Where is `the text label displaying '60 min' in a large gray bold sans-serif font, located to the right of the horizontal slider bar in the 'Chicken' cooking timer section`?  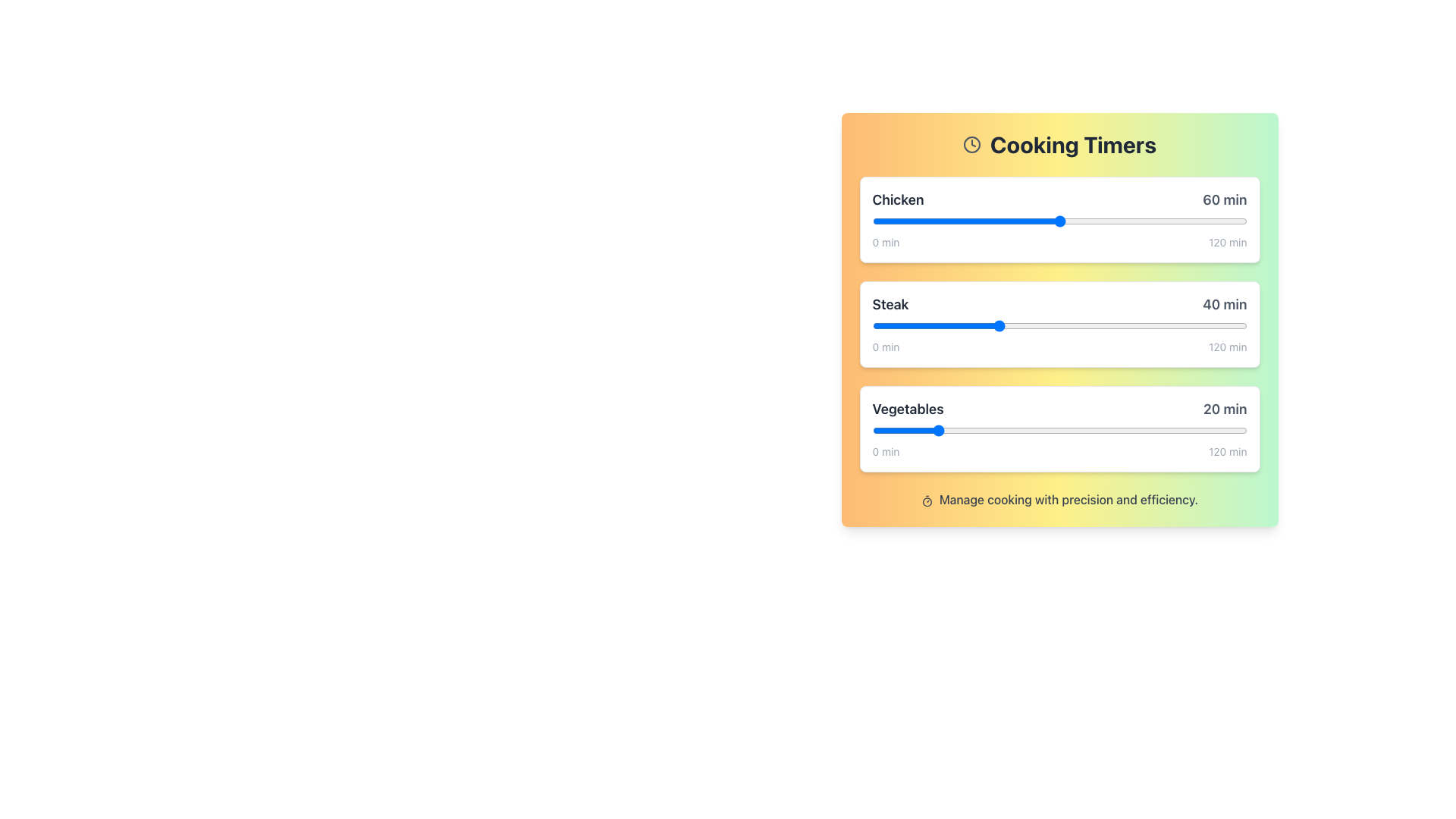 the text label displaying '60 min' in a large gray bold sans-serif font, located to the right of the horizontal slider bar in the 'Chicken' cooking timer section is located at coordinates (1225, 199).